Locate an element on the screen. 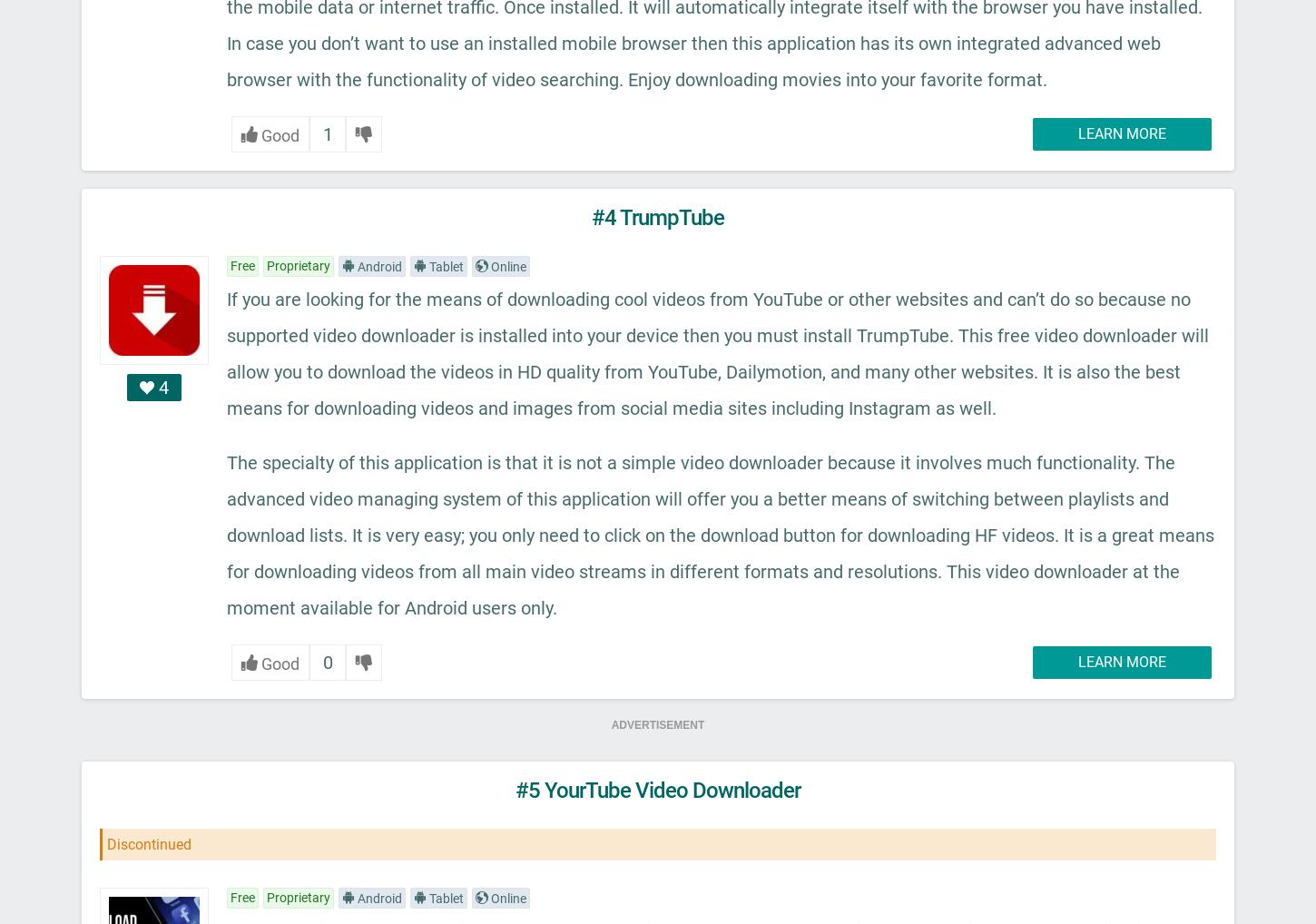 The height and width of the screenshot is (924, 1316). 'If you are looking for the means of downloading cool videos from YouTube or other websites and can’t do so because no supported video downloader is installed into your device then you must install TrumpTube. This free video downloader will allow you to download the videos in HD quality from YouTube, Dailymotion, and many other websites. It is also the best means for downloading videos and images from social media sites including Instagram as well.' is located at coordinates (717, 352).